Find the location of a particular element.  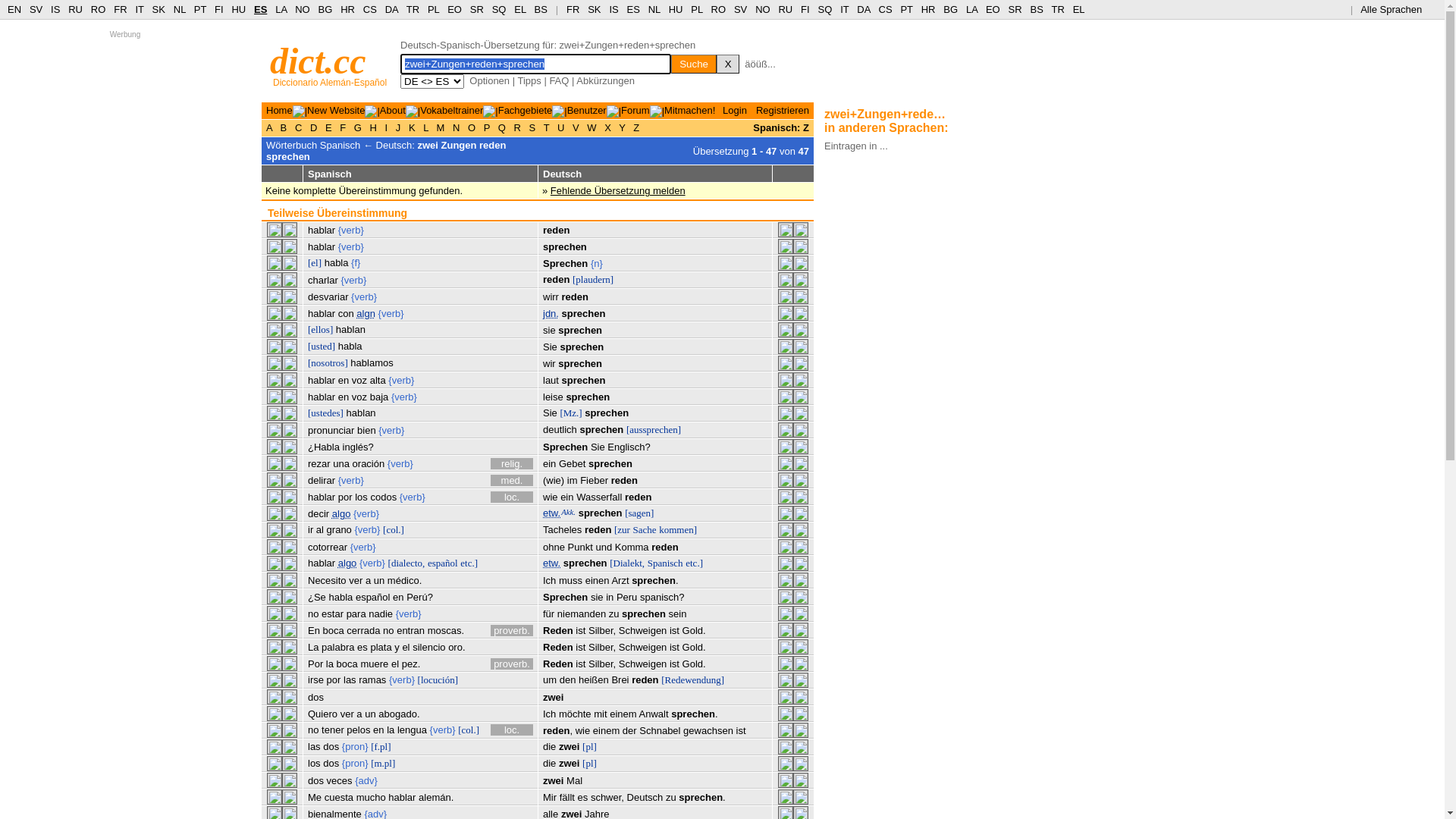

'dos' is located at coordinates (315, 697).